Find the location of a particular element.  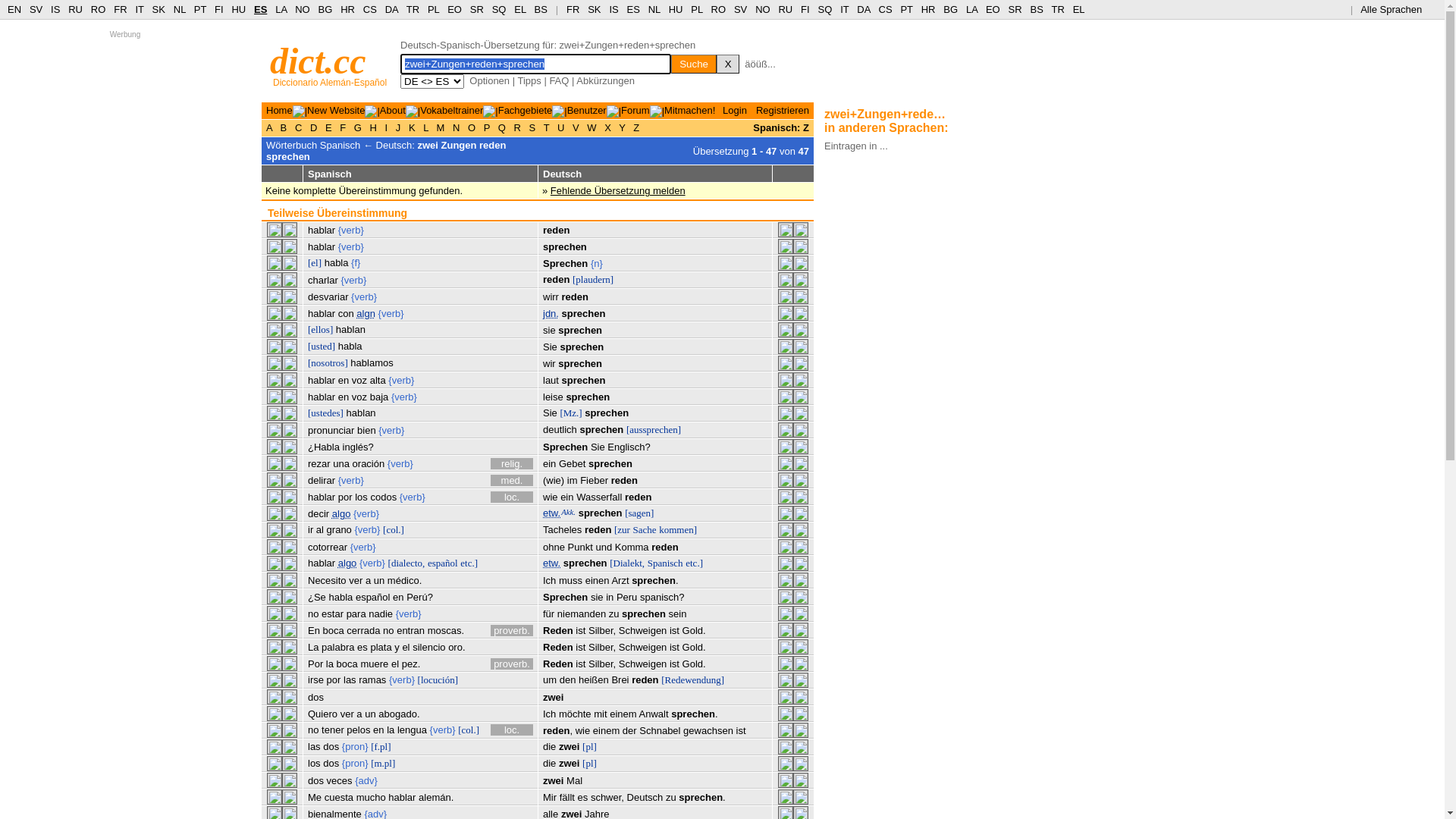

'dos' is located at coordinates (315, 697).